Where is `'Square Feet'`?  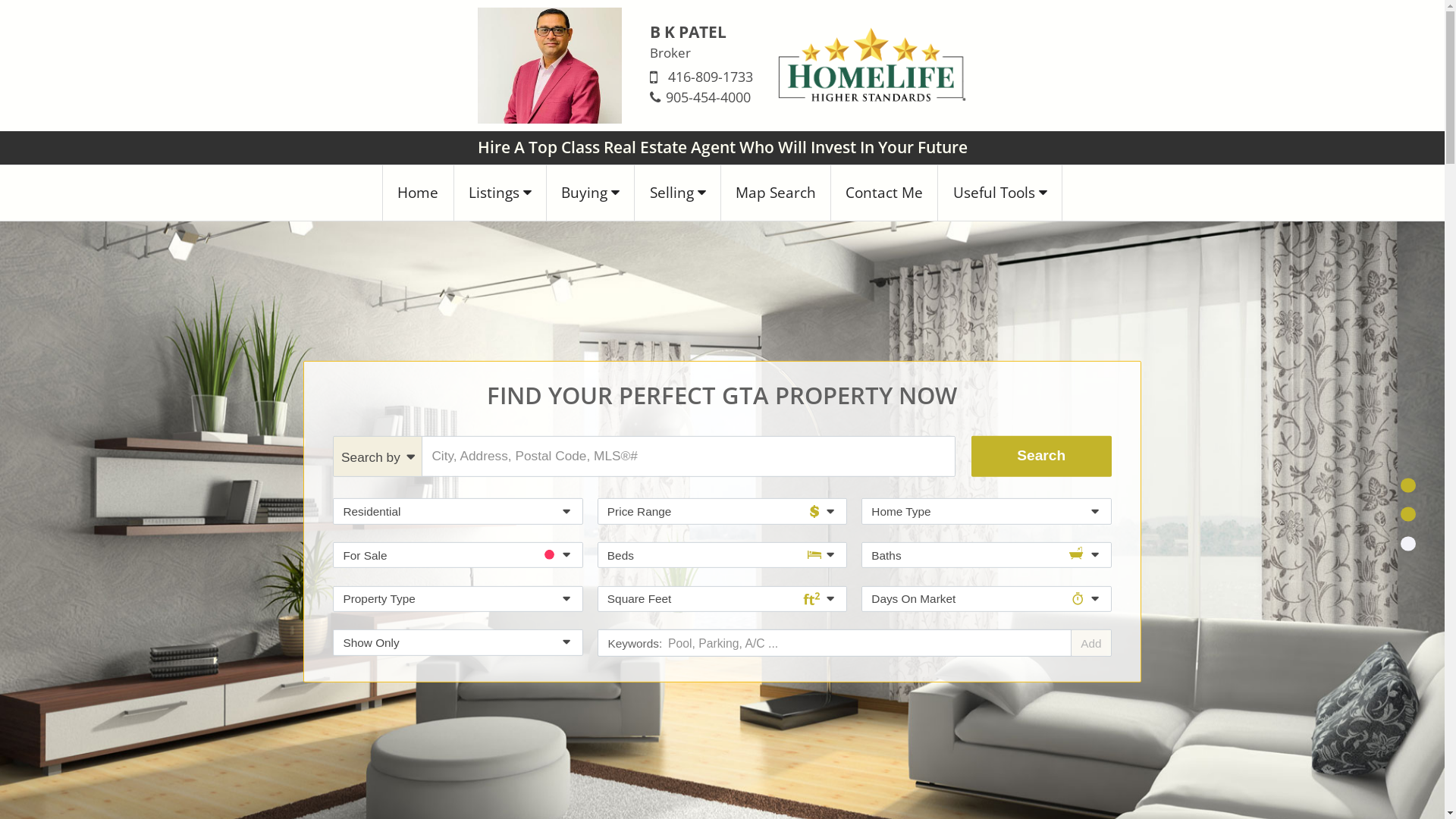
'Square Feet' is located at coordinates (721, 598).